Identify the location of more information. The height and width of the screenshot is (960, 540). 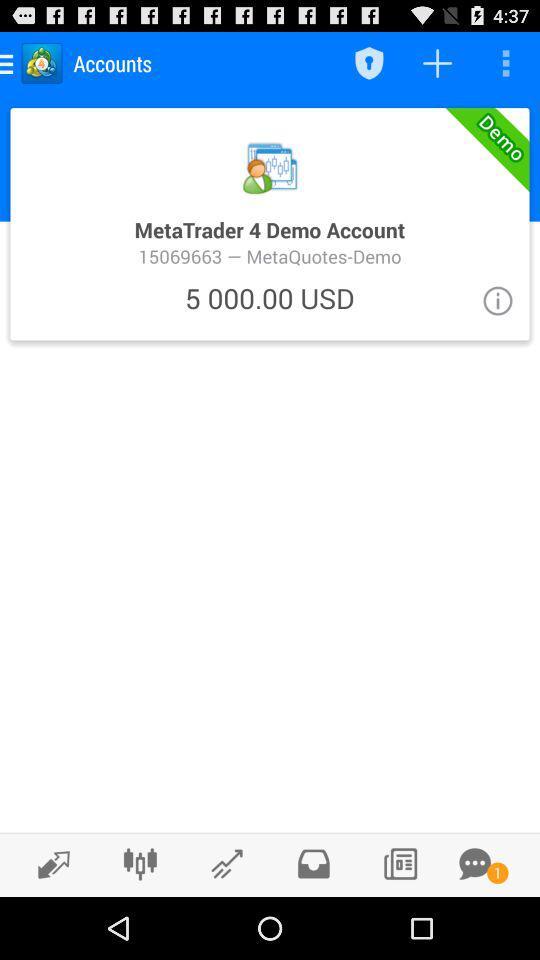
(496, 299).